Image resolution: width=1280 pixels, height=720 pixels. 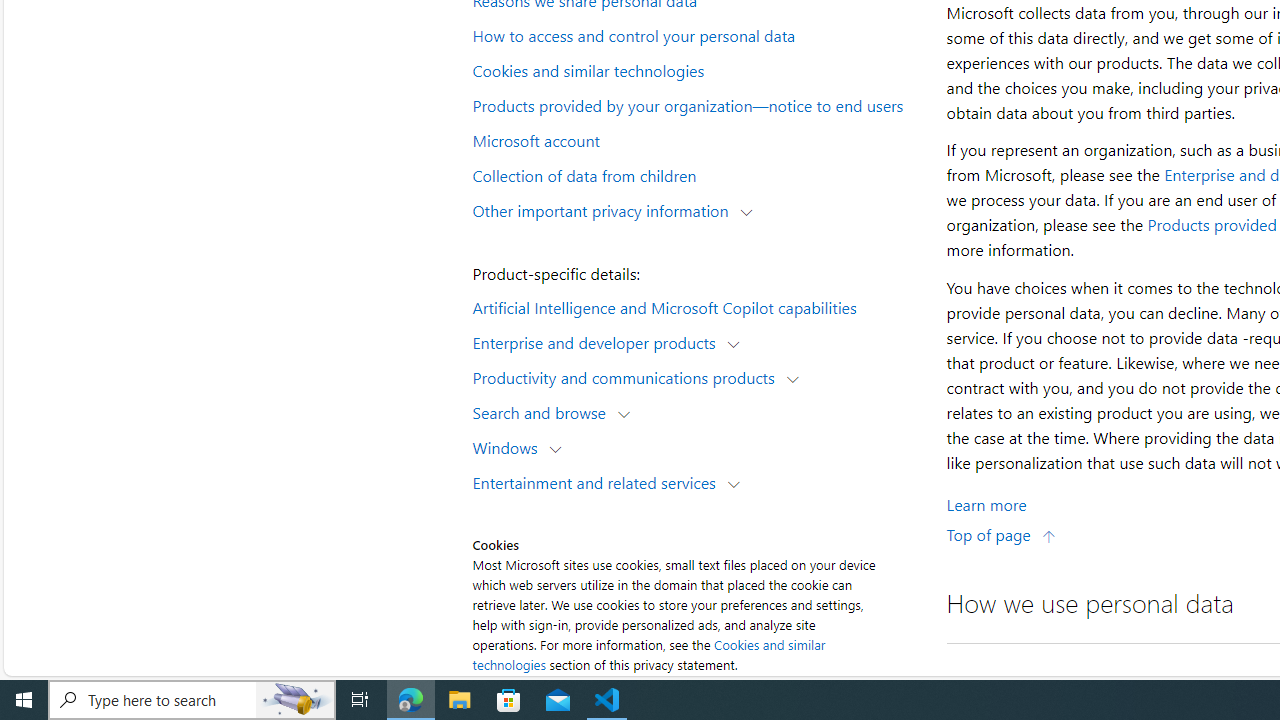 I want to click on 'Other important privacy information', so click(x=604, y=209).